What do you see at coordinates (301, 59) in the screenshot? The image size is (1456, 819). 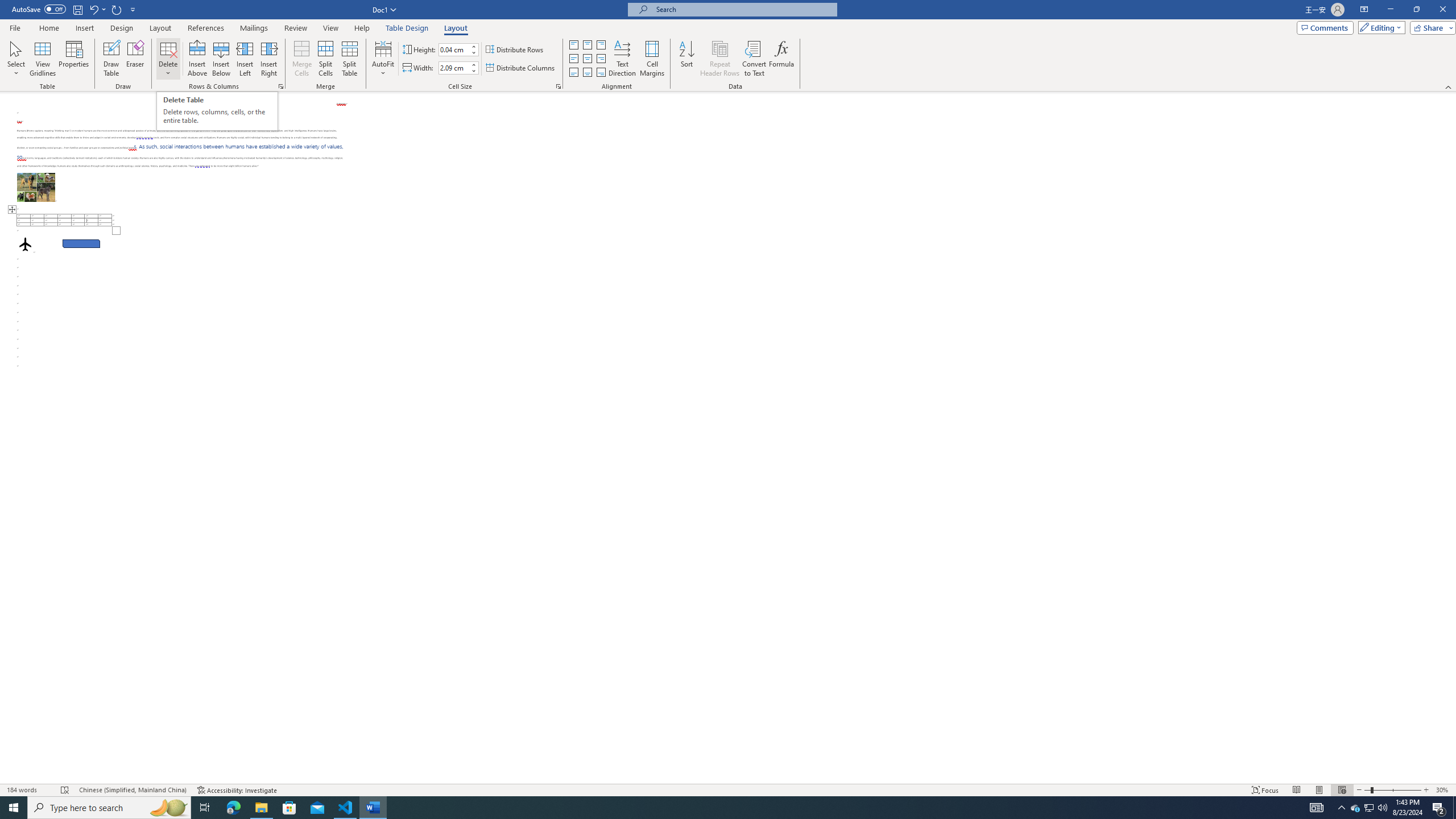 I see `'Merge Cells'` at bounding box center [301, 59].